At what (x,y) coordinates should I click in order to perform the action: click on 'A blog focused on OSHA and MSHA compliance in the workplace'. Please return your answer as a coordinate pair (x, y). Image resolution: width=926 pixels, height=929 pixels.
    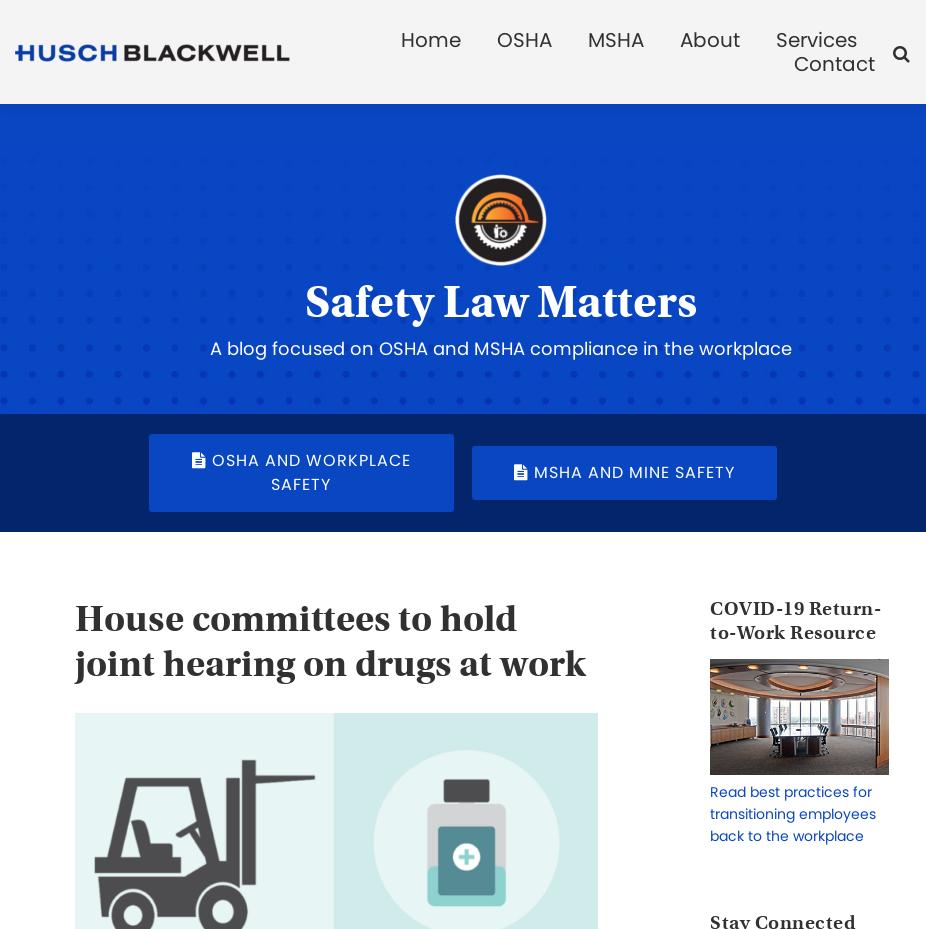
    Looking at the image, I should click on (499, 347).